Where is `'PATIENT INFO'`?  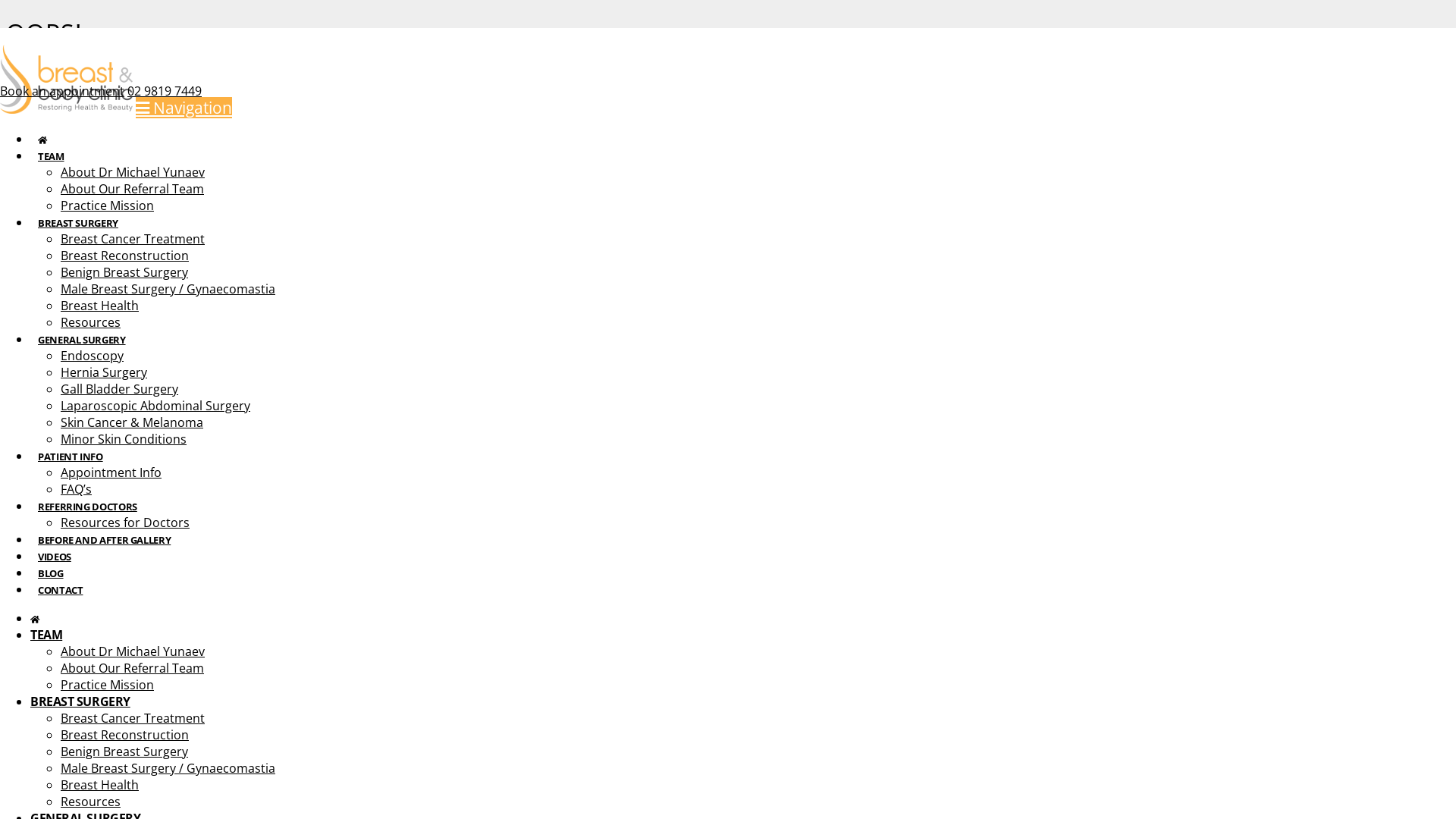
'PATIENT INFO' is located at coordinates (30, 452).